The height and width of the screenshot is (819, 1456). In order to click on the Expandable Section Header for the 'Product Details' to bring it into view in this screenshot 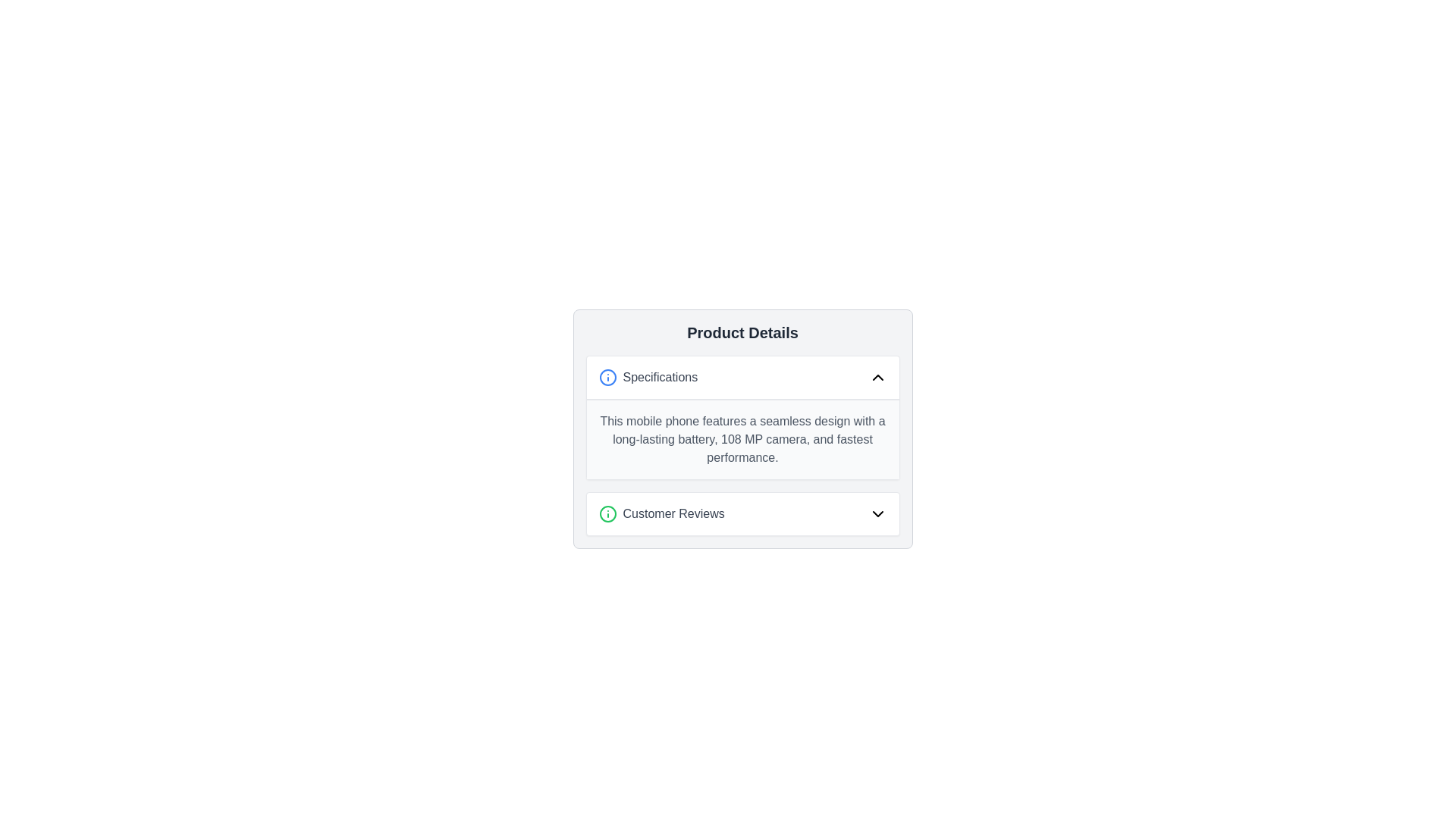, I will do `click(742, 376)`.